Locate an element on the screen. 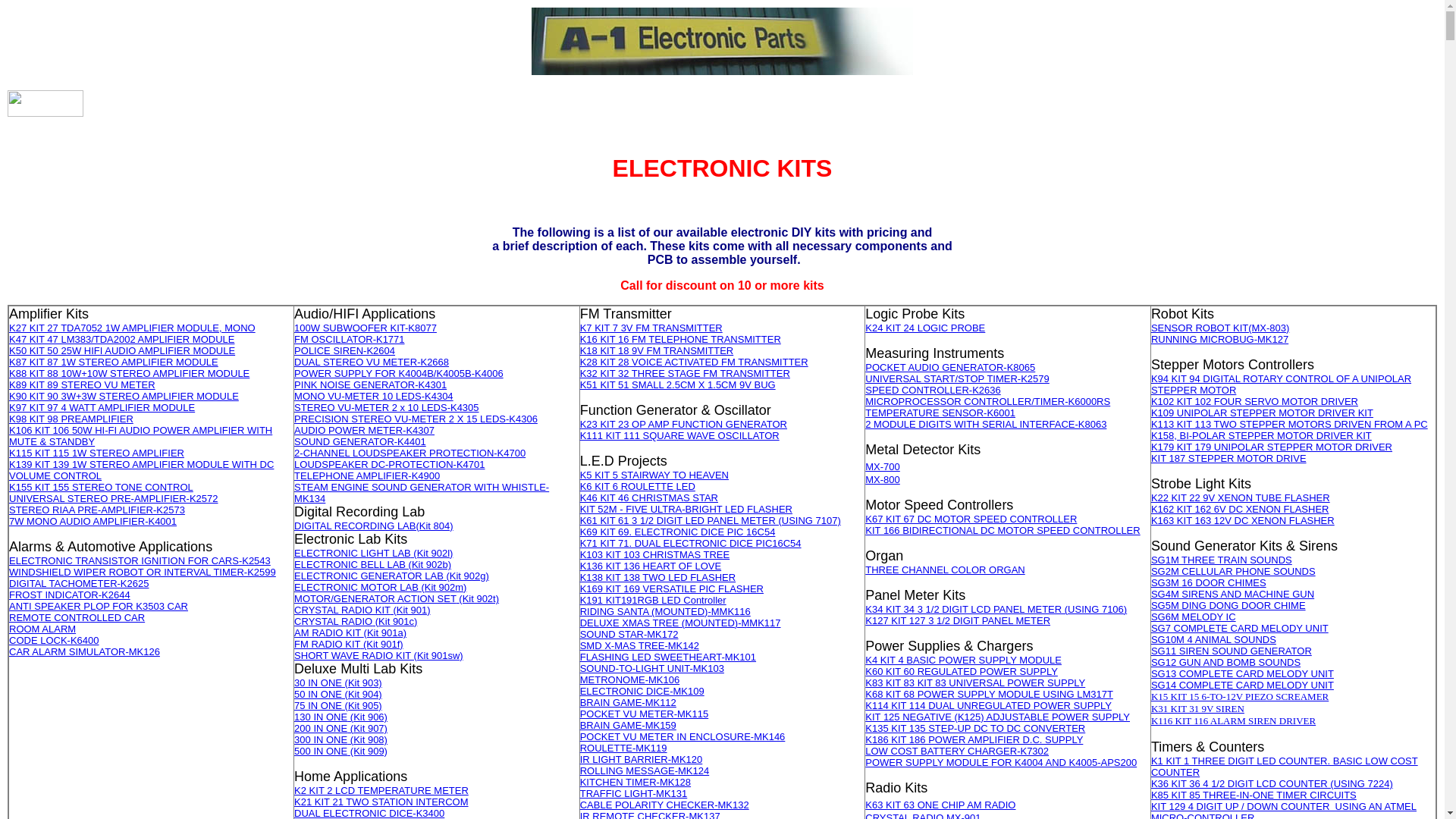 This screenshot has height=819, width=1456. 'KIT 166 BIDIRECTIONAL DC MOTOR SPEED CONTROLLER' is located at coordinates (1002, 529).